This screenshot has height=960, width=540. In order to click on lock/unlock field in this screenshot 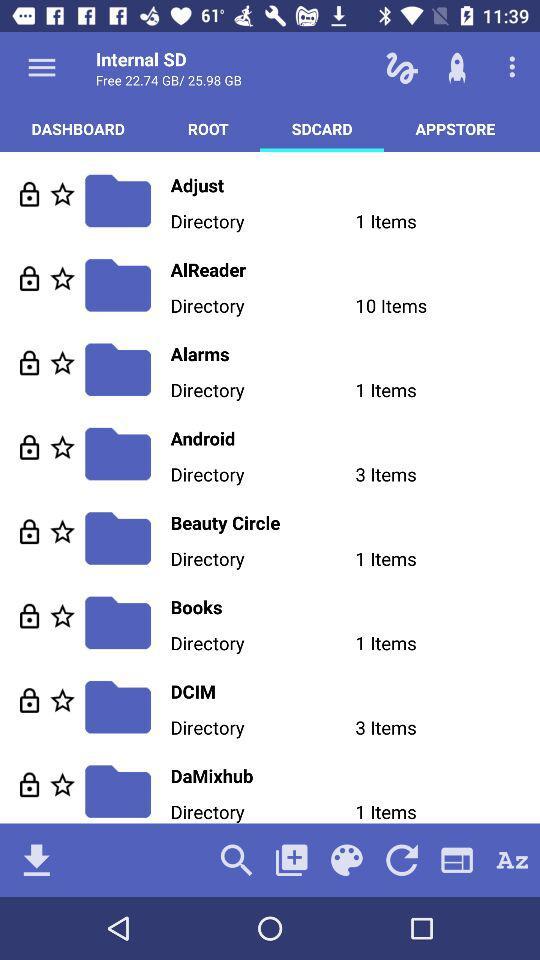, I will do `click(28, 447)`.